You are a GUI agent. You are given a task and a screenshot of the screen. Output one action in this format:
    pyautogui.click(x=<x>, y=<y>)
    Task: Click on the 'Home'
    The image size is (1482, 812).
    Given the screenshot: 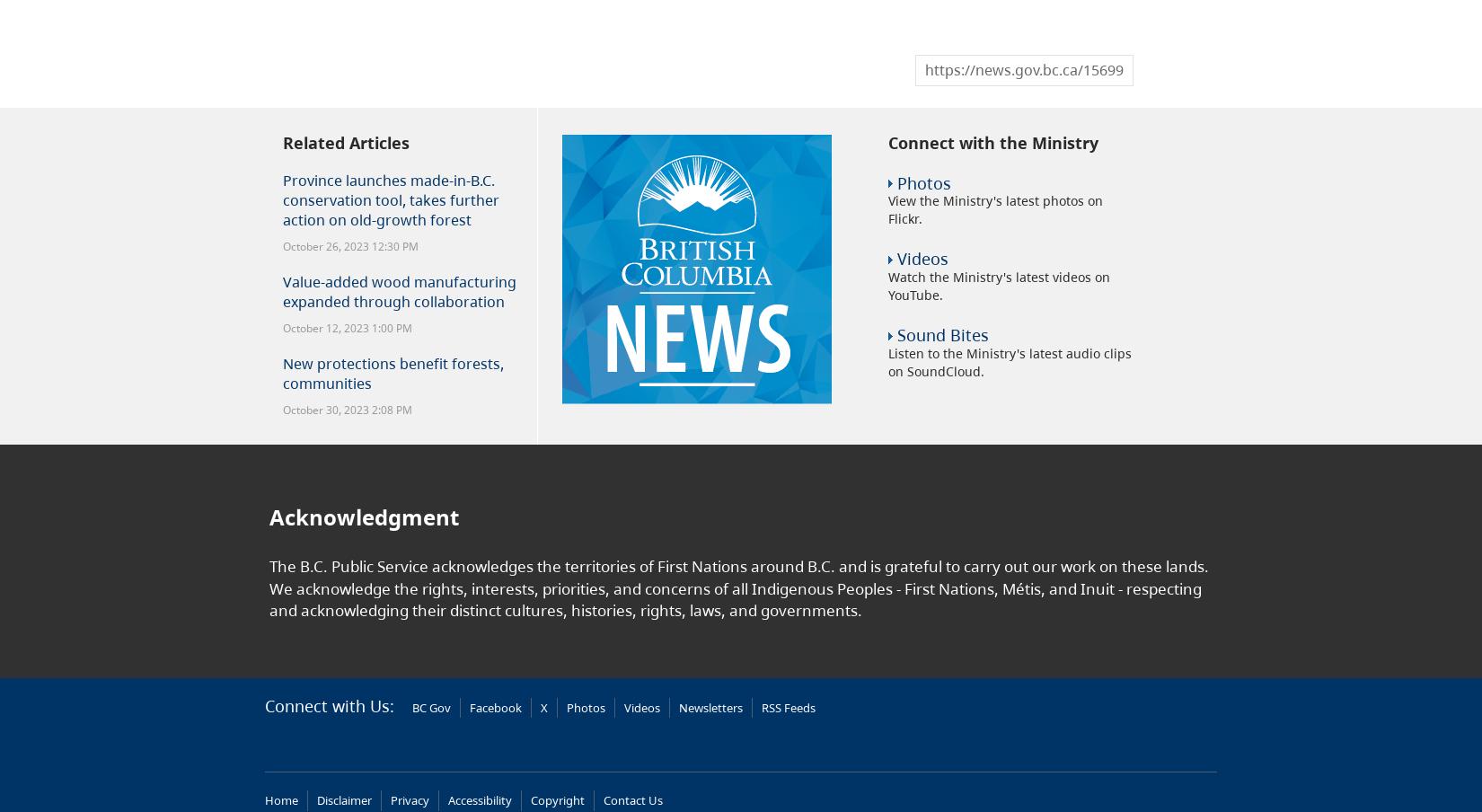 What is the action you would take?
    pyautogui.click(x=281, y=799)
    